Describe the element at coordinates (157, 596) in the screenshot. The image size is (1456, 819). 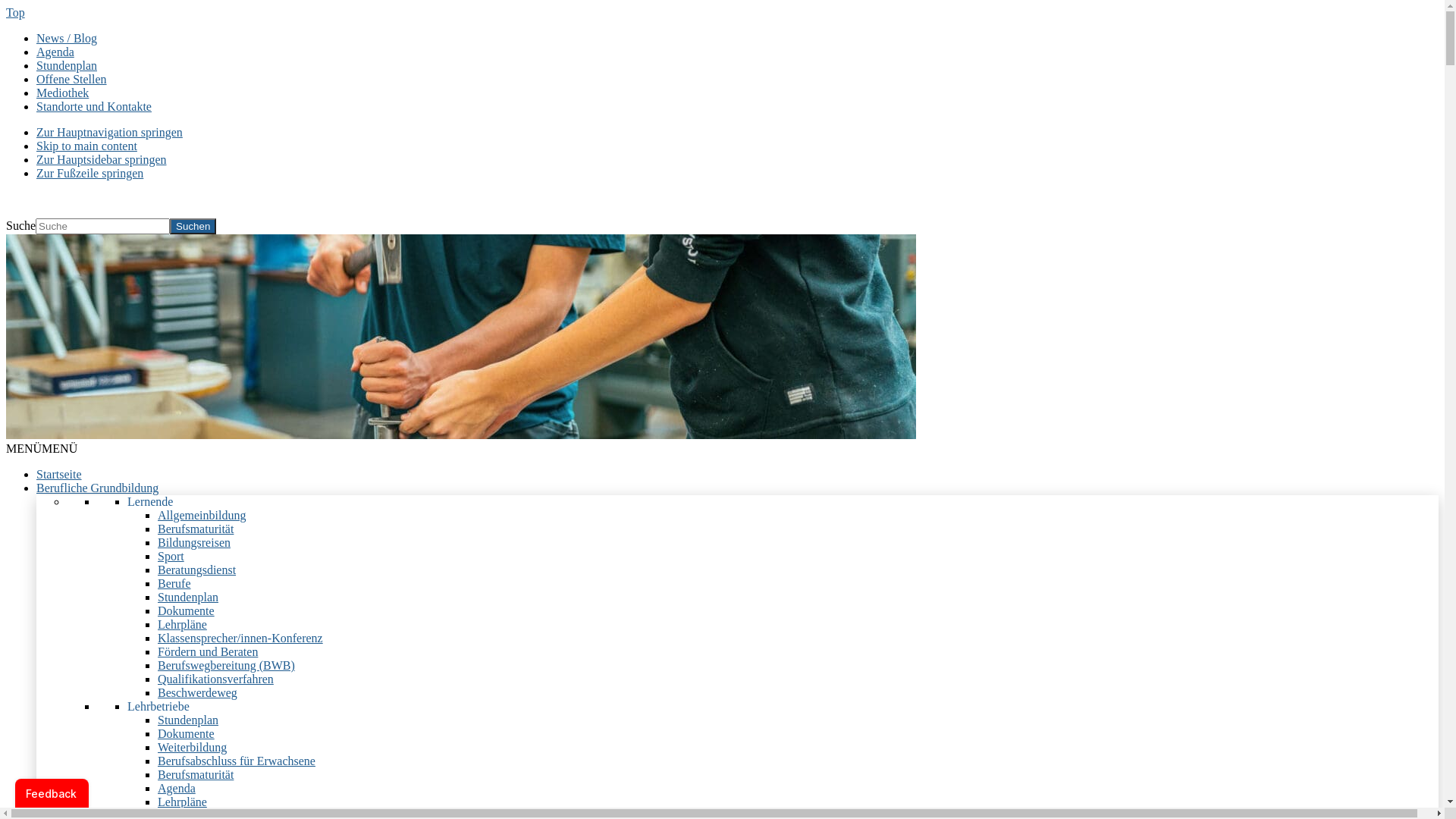
I see `'Stundenplan'` at that location.